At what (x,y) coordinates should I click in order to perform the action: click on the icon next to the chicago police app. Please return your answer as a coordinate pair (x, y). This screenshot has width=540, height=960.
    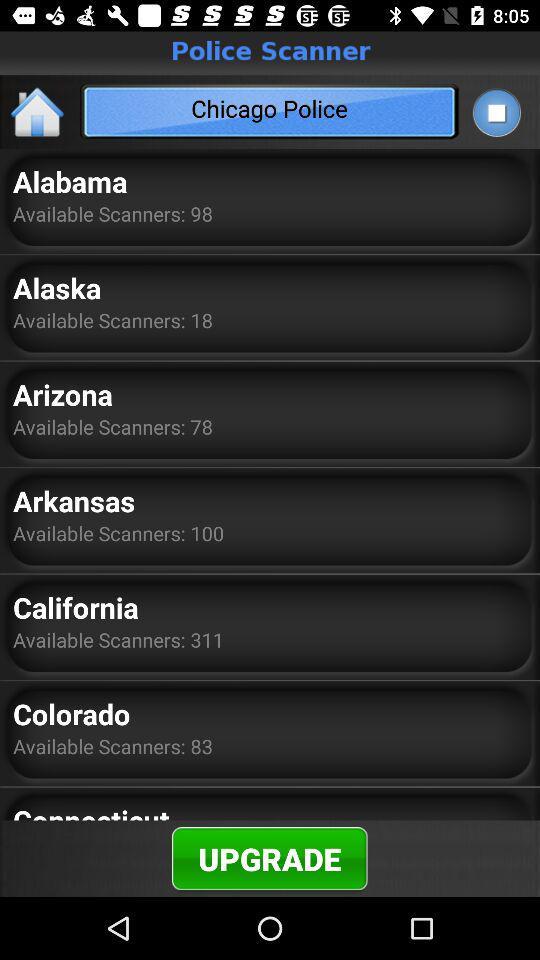
    Looking at the image, I should click on (38, 111).